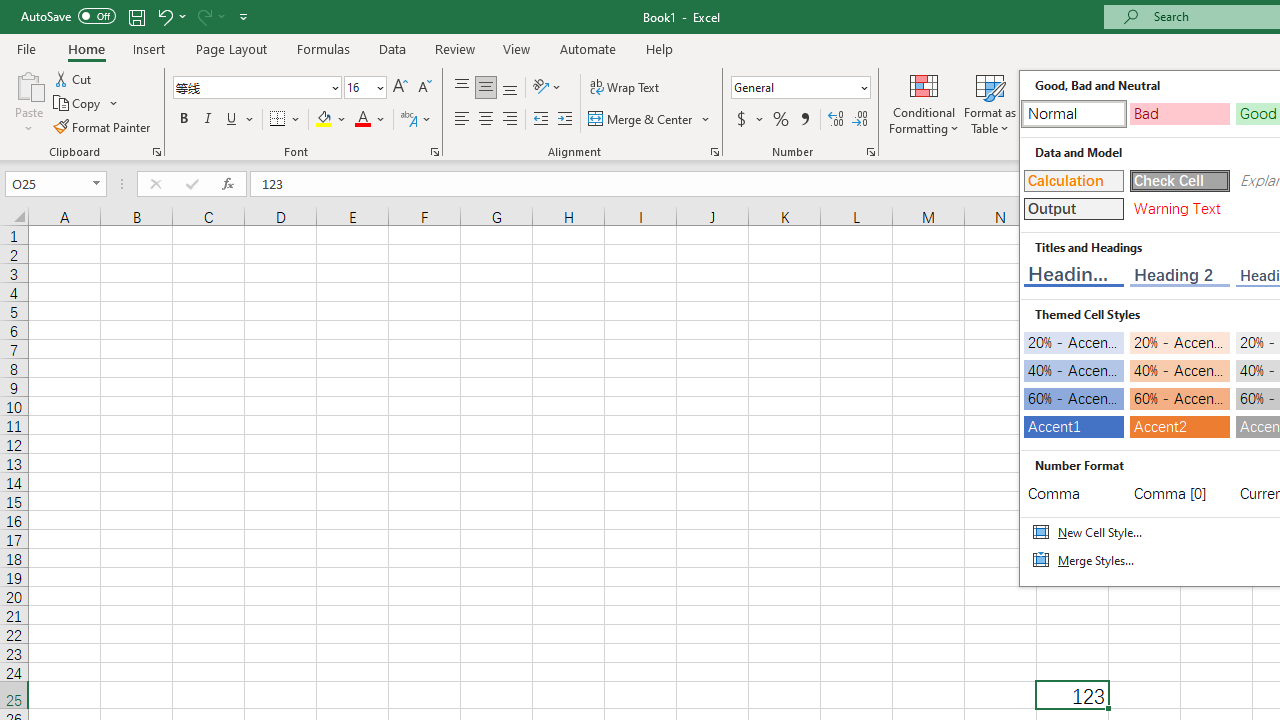 The width and height of the screenshot is (1280, 720). I want to click on 'Underline', so click(232, 119).